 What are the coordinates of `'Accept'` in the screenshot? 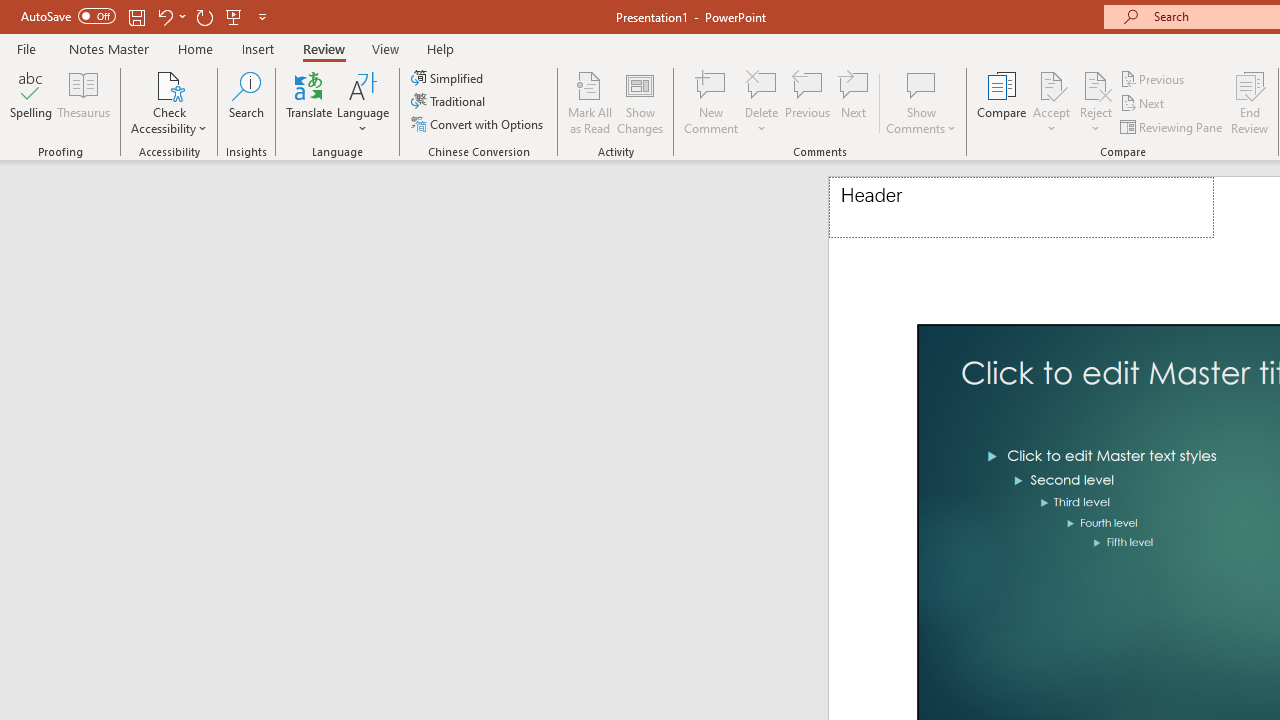 It's located at (1050, 103).